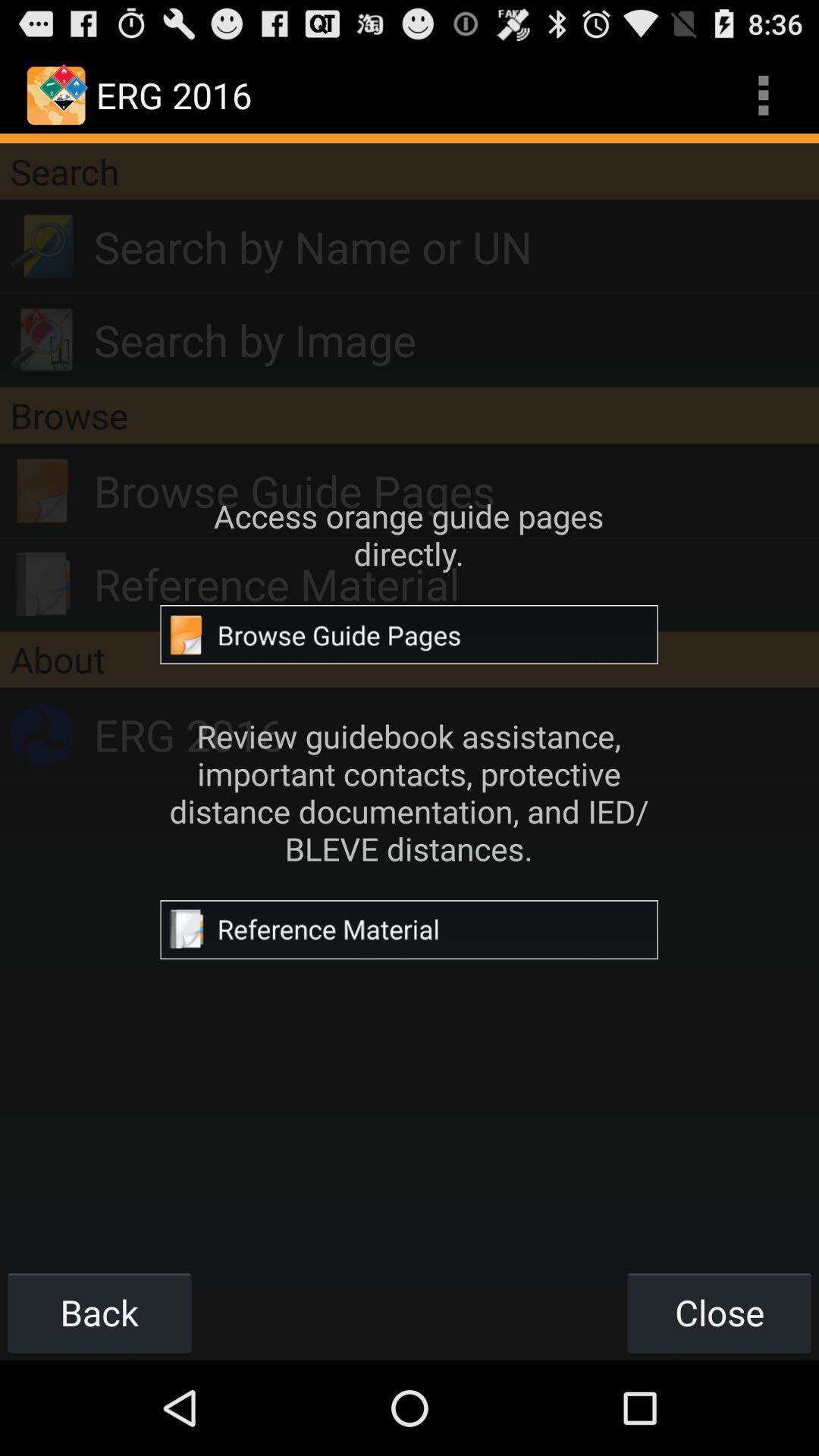 This screenshot has height=1456, width=819. What do you see at coordinates (455, 583) in the screenshot?
I see `the reference material app` at bounding box center [455, 583].